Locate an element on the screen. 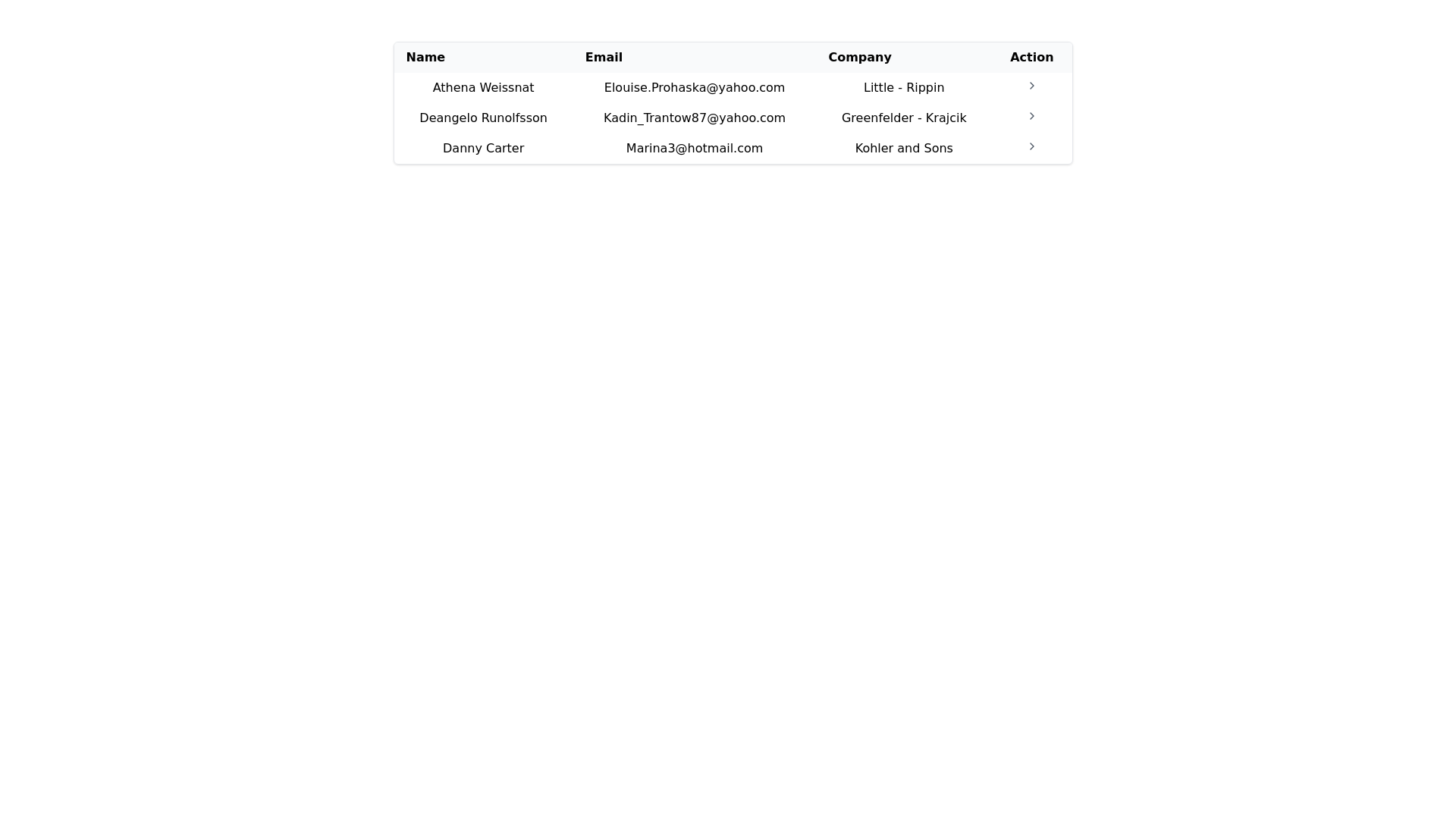 The image size is (1456, 819). the text display that shows the email address, which is positioned in the second column of the first content row of the table, between 'Athena Weissnat' and 'Little - Rippin' is located at coordinates (694, 87).